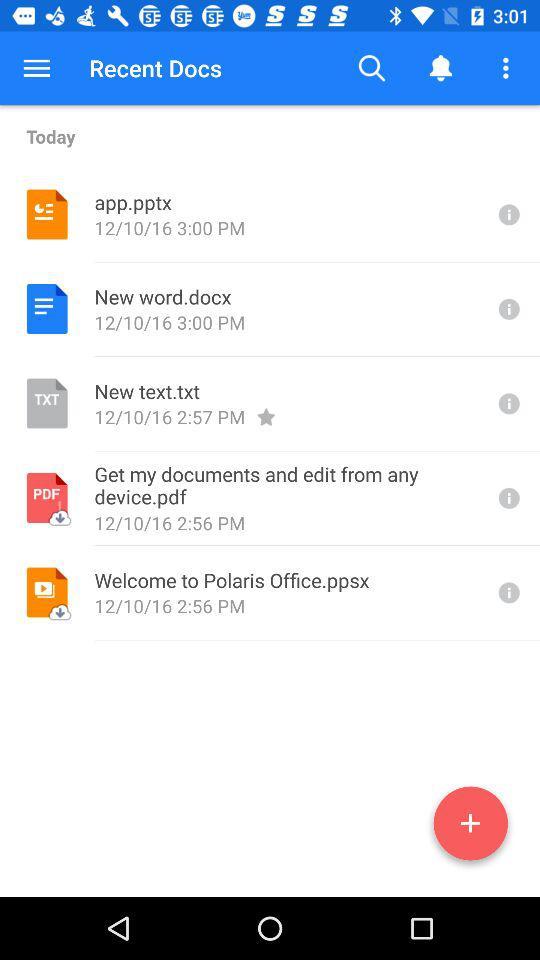  I want to click on a doc, so click(470, 827).